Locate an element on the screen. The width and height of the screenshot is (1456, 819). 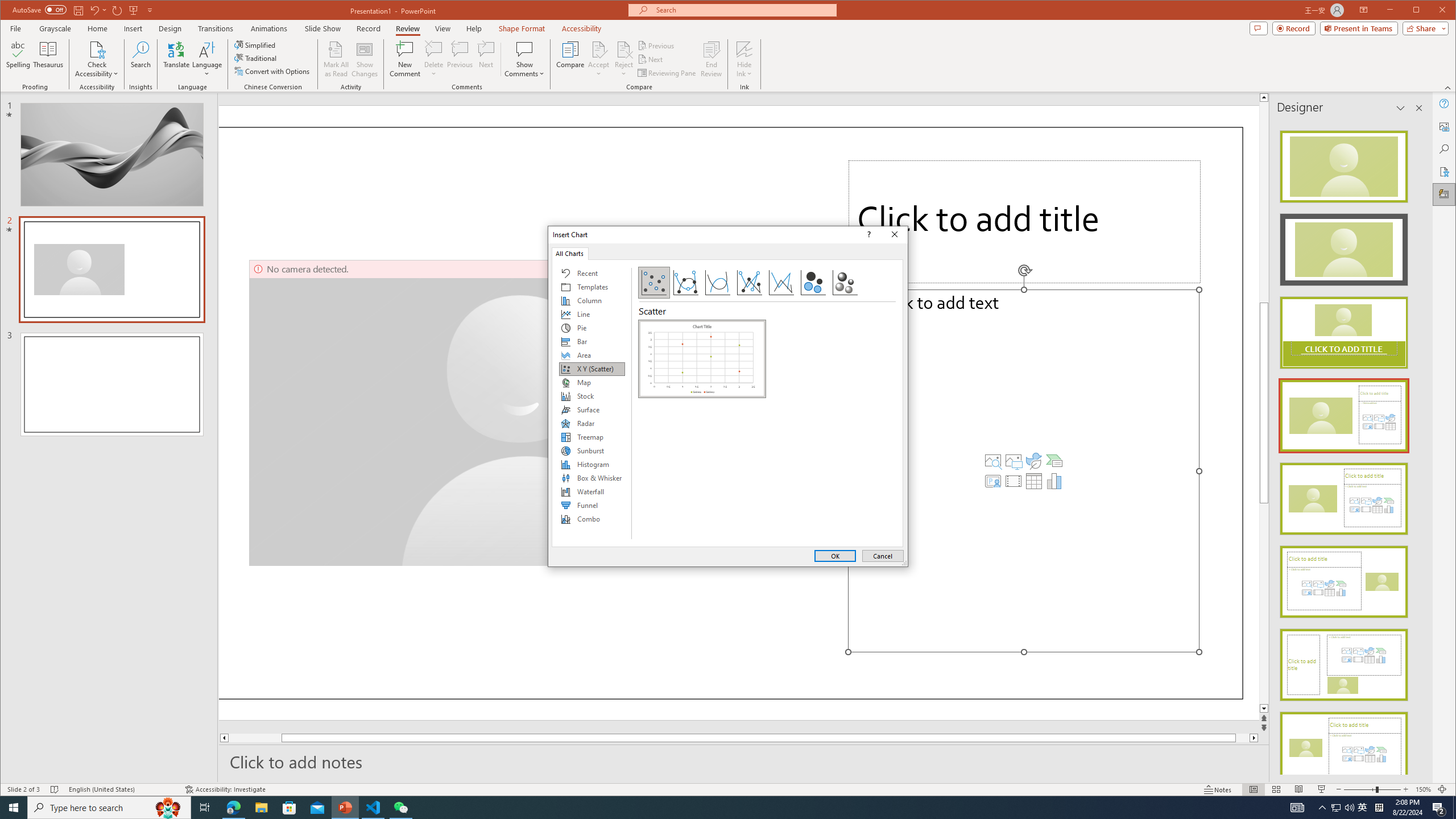
'Start' is located at coordinates (14, 806).